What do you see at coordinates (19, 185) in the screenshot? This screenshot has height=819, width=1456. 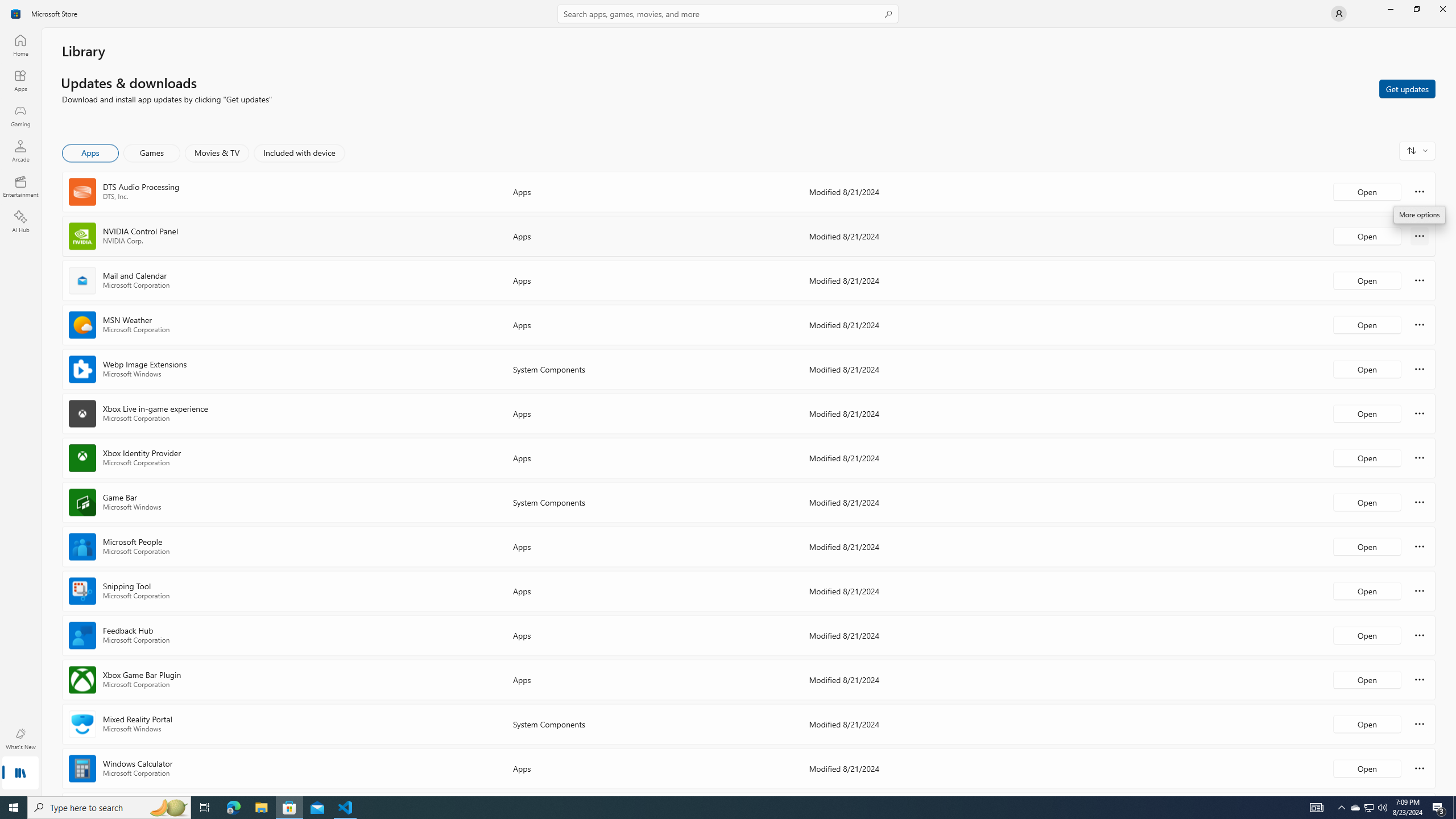 I see `'Entertainment'` at bounding box center [19, 185].